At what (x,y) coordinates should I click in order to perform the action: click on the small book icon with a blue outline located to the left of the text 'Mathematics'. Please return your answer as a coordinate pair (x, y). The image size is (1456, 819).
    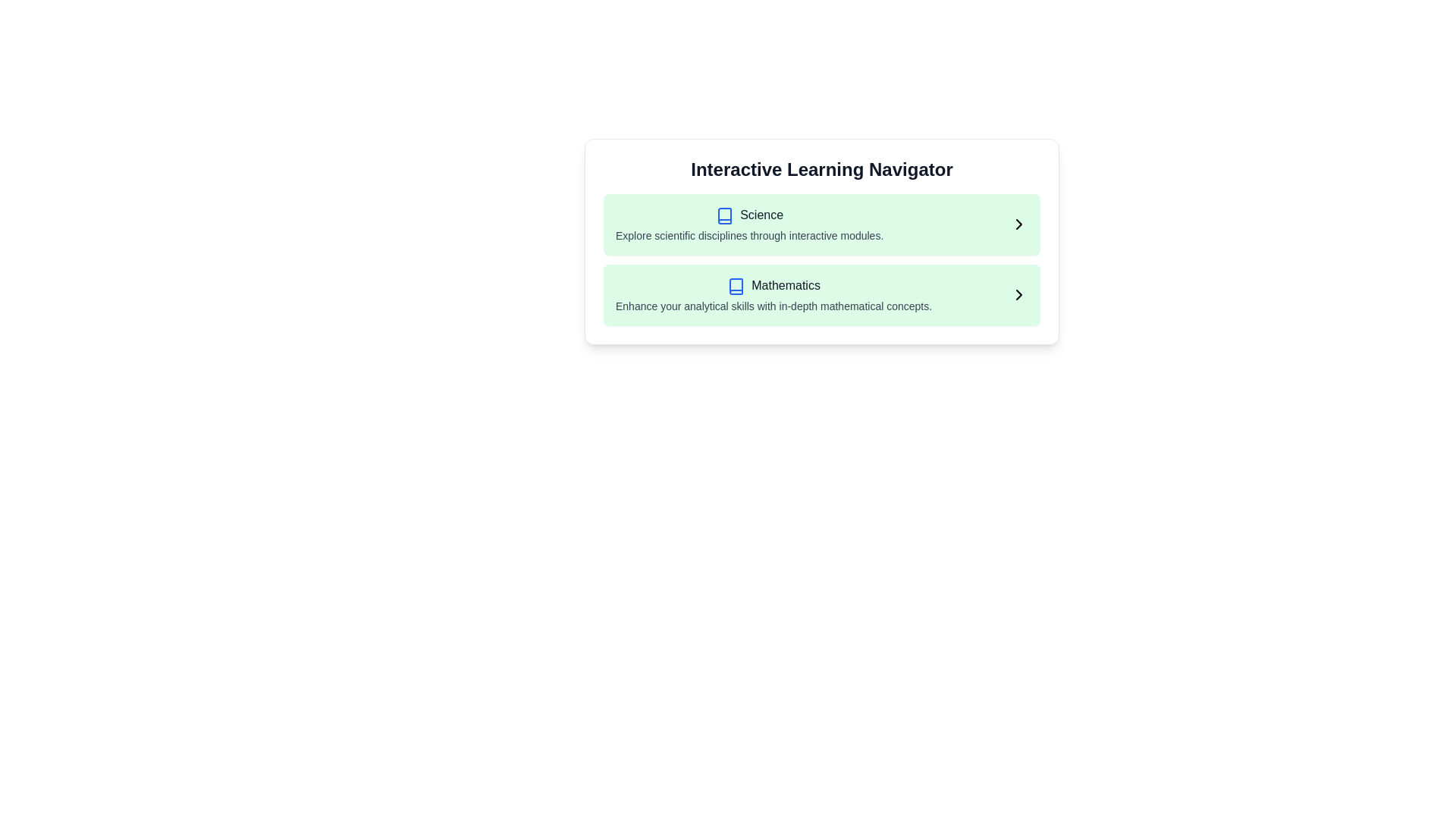
    Looking at the image, I should click on (736, 286).